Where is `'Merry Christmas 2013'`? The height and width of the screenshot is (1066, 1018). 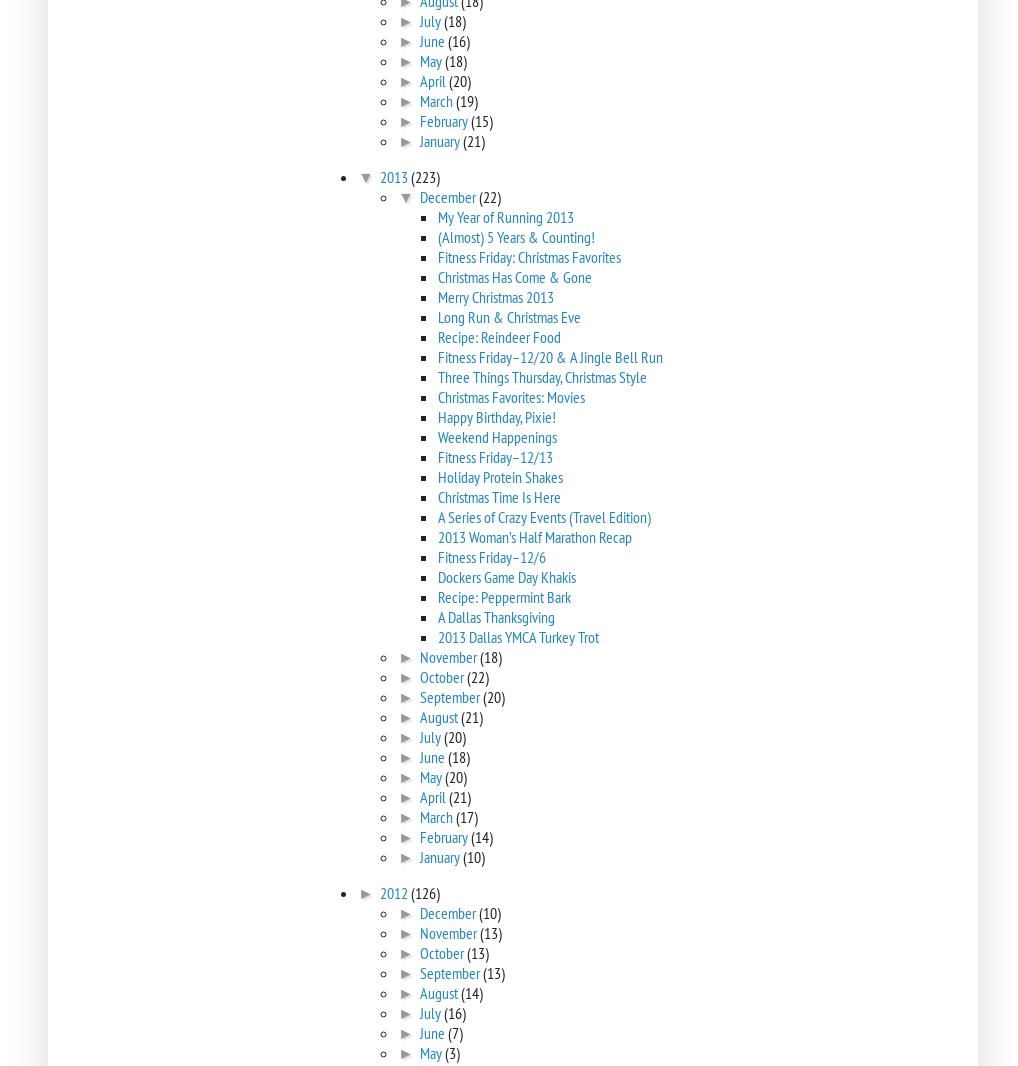 'Merry Christmas 2013' is located at coordinates (495, 296).